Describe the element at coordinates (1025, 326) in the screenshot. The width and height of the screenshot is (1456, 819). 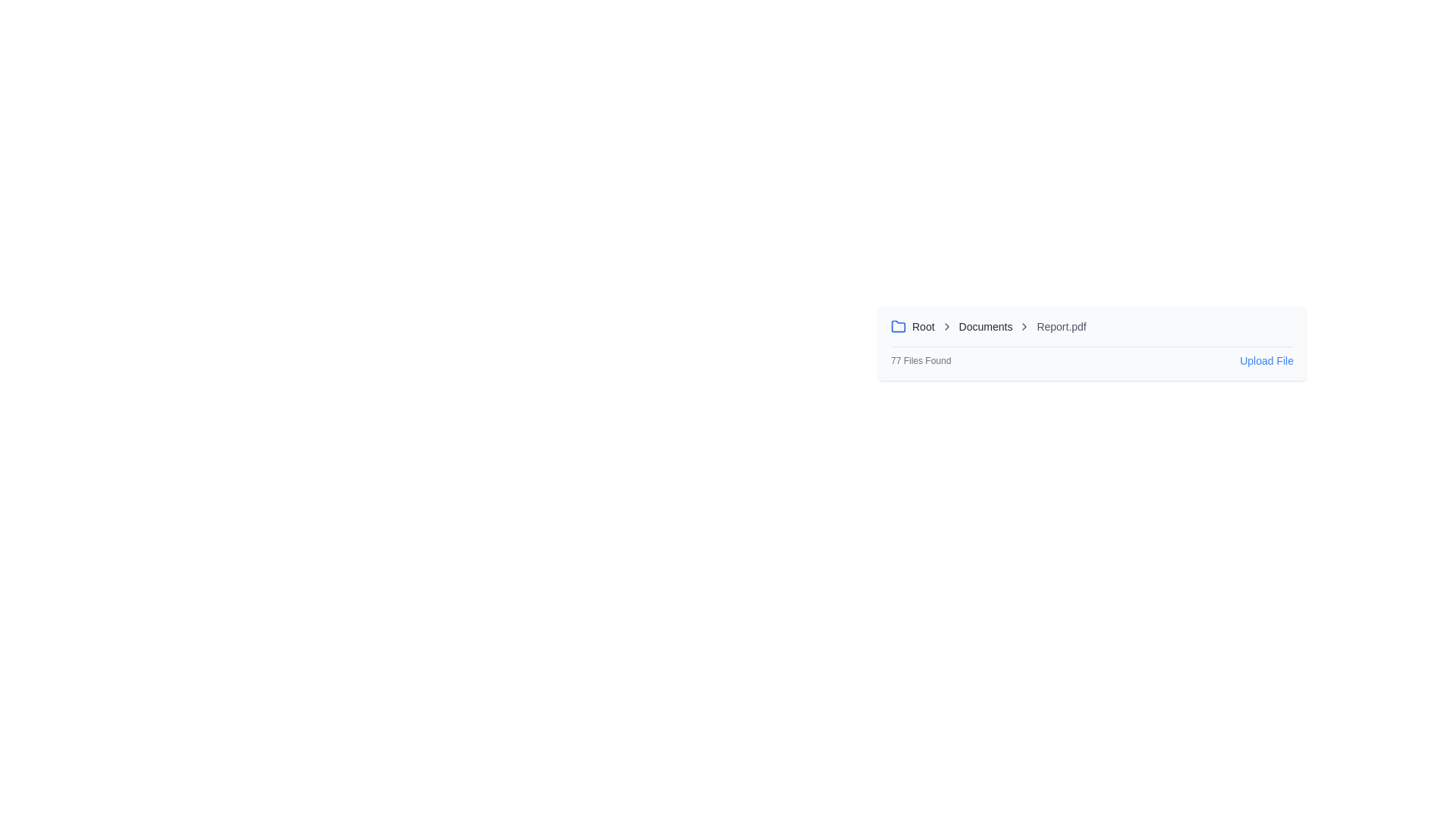
I see `the small gray chevron arrow icon pointing right, located in the breadcrumb navigation bar between 'Documents' and 'Report.pdf'` at that location.